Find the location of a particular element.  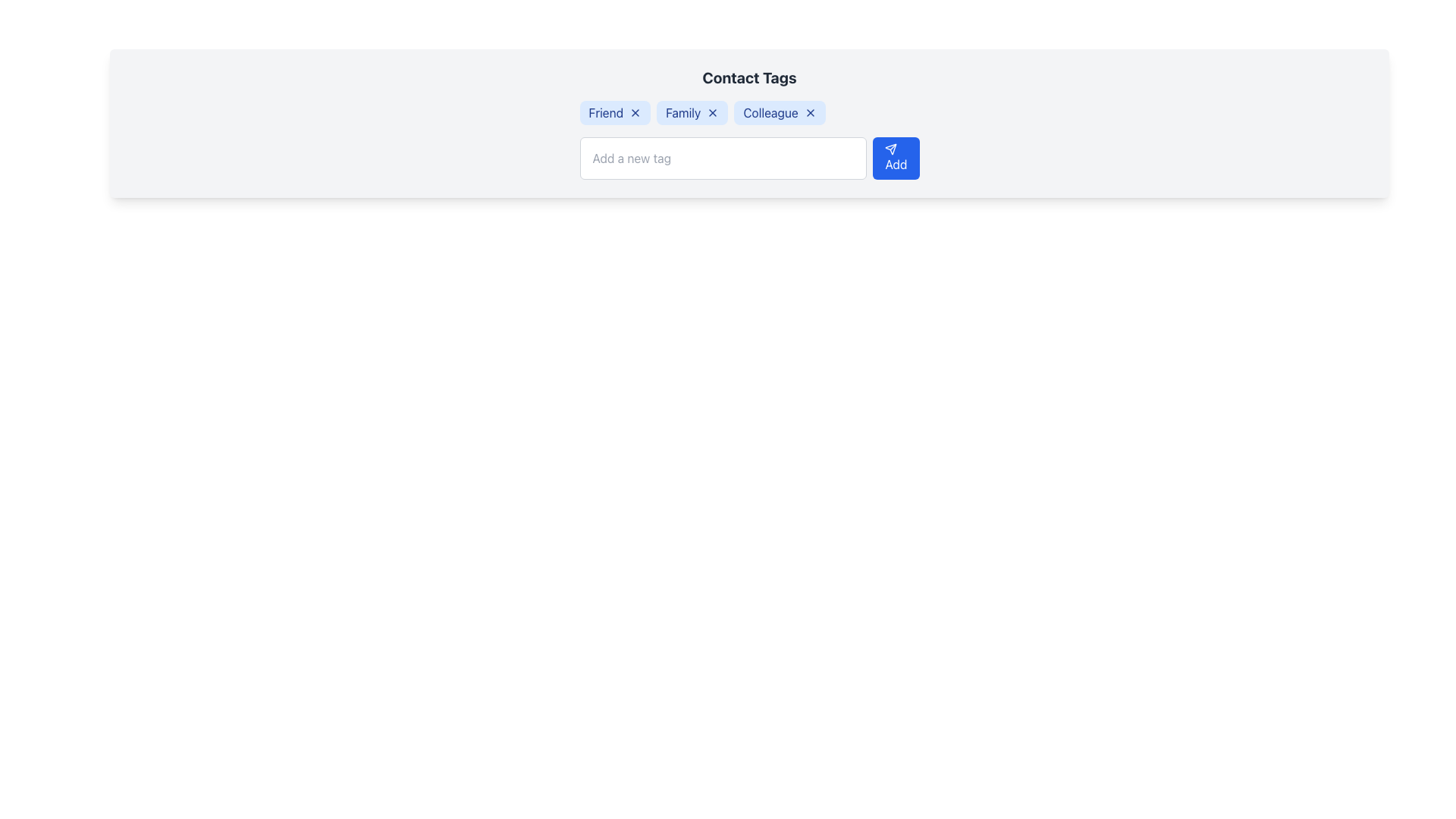

the 'X' icon button in the 'Family' tag is located at coordinates (712, 112).